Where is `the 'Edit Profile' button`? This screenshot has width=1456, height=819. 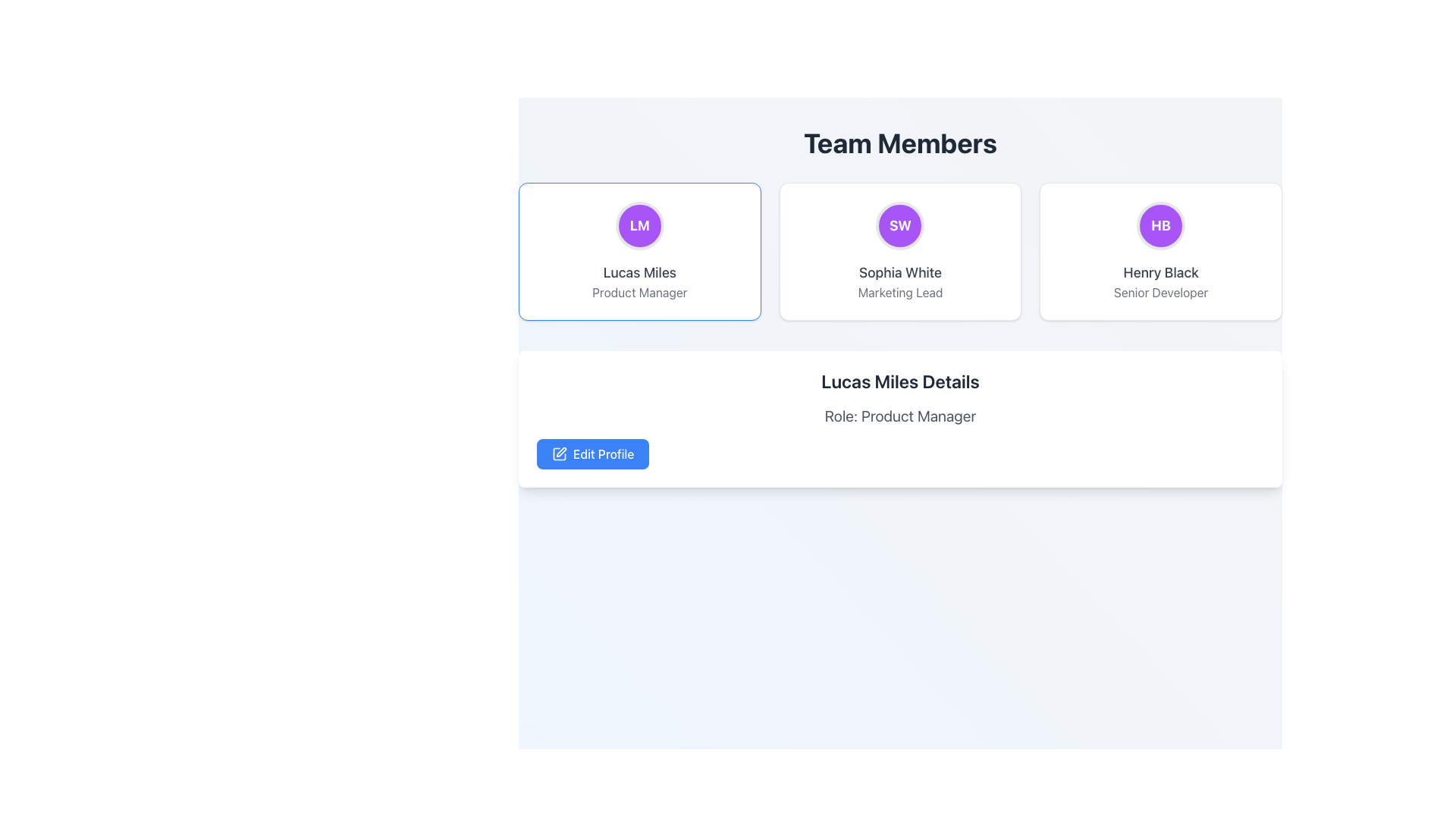 the 'Edit Profile' button is located at coordinates (592, 453).